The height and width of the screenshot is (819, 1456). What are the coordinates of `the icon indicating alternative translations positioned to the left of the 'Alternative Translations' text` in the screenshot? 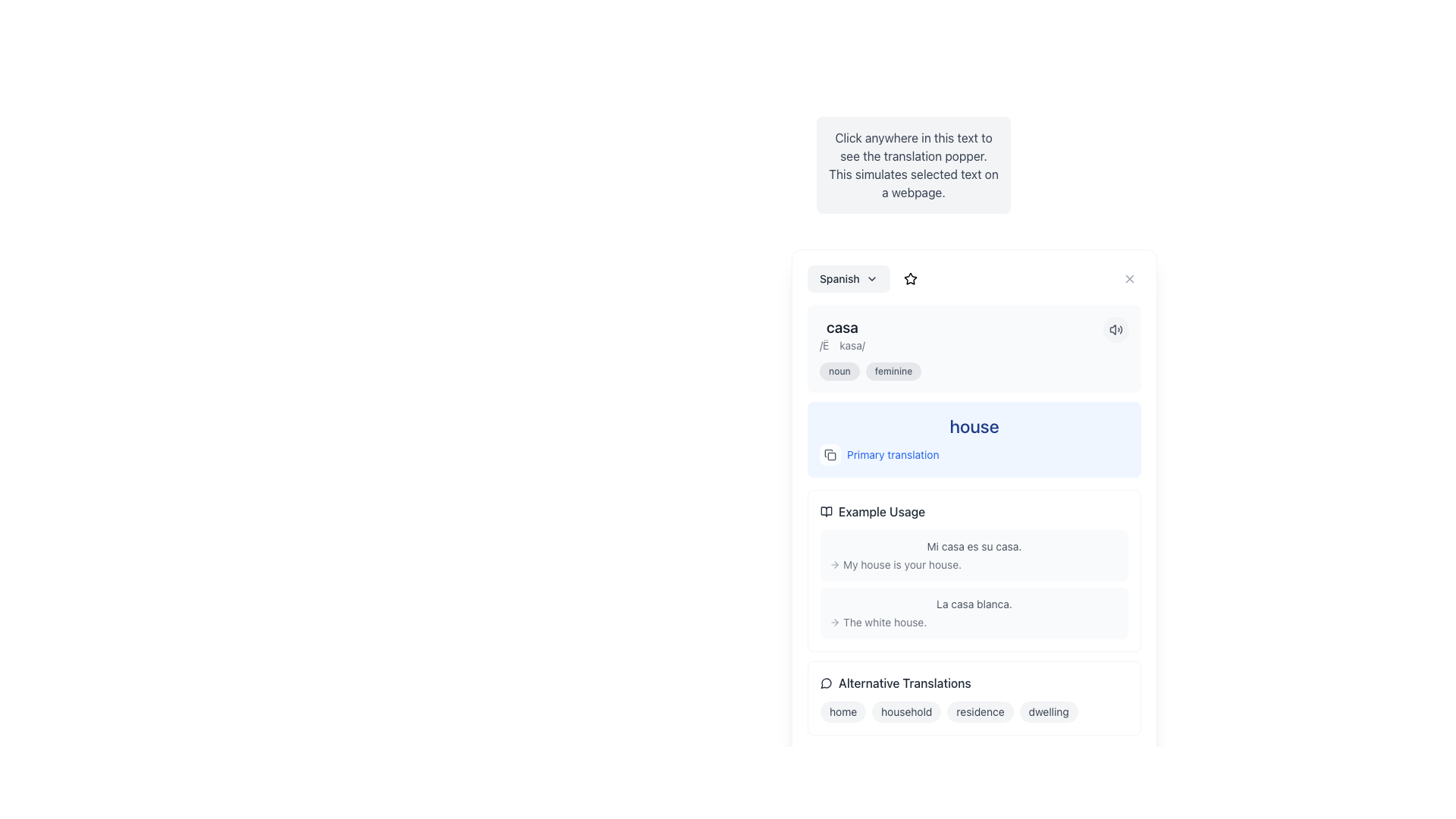 It's located at (825, 683).